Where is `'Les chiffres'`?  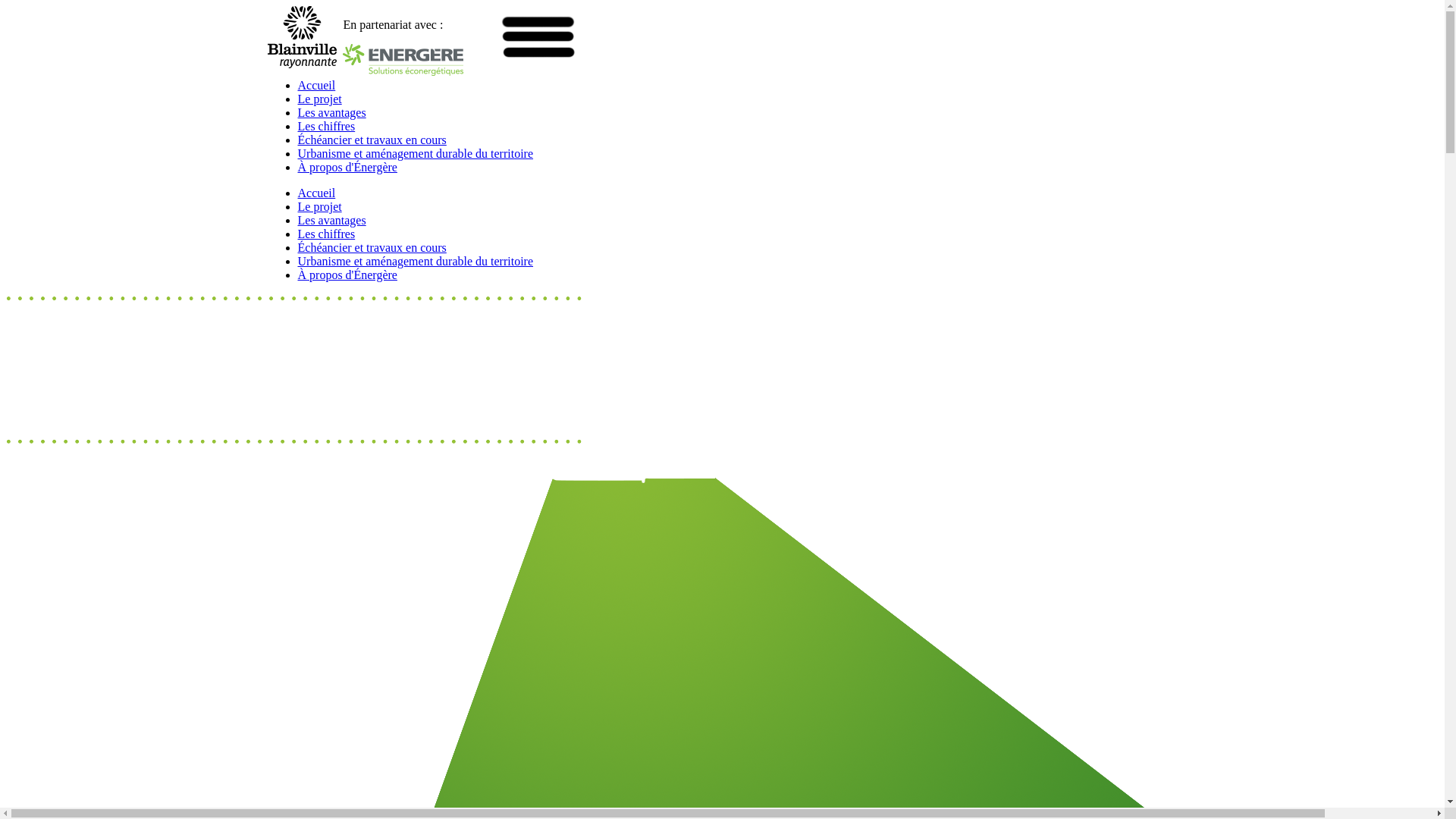
'Les chiffres' is located at coordinates (325, 234).